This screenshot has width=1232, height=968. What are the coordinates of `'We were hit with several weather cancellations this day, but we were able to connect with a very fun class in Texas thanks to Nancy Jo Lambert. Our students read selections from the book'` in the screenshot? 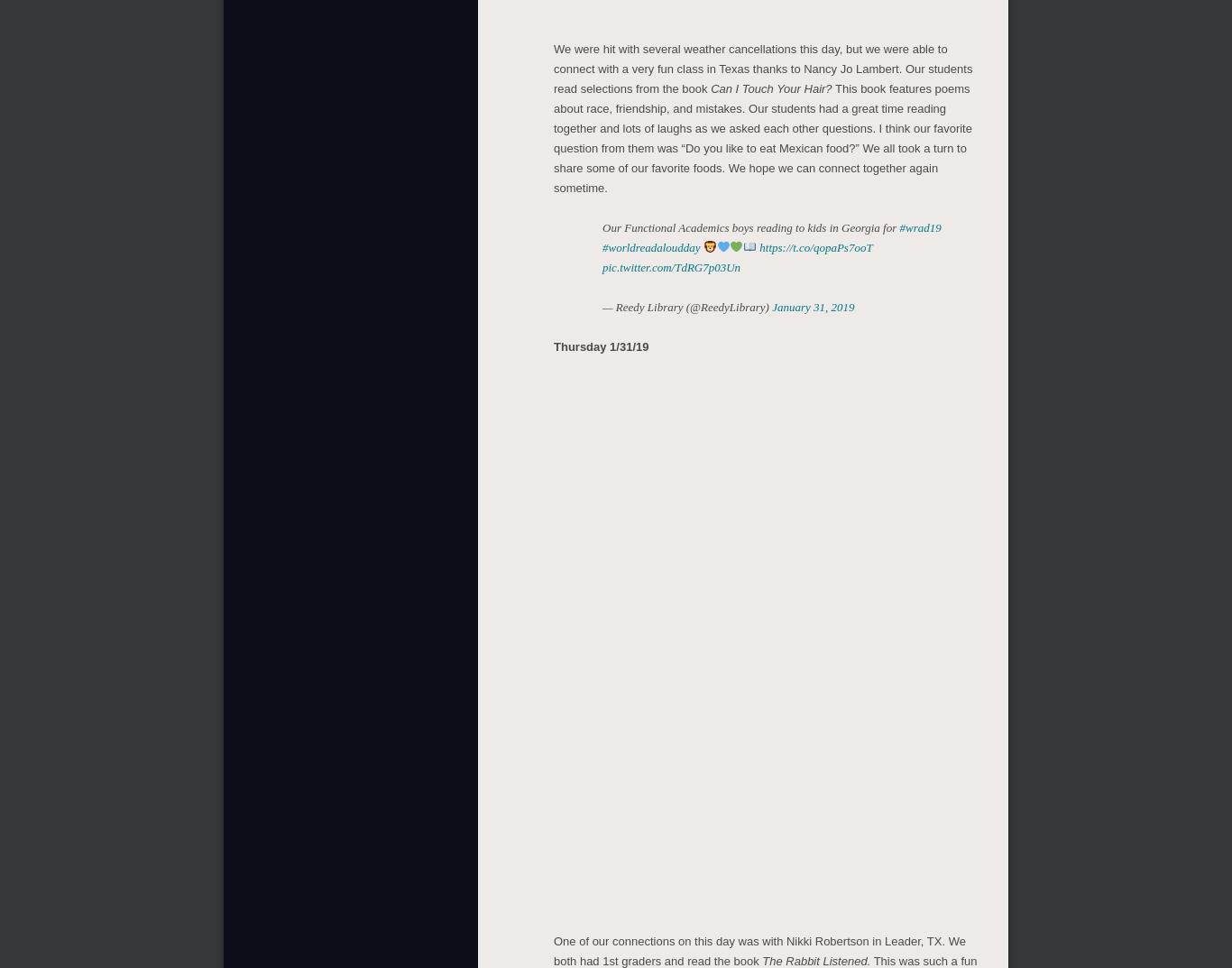 It's located at (761, 65).